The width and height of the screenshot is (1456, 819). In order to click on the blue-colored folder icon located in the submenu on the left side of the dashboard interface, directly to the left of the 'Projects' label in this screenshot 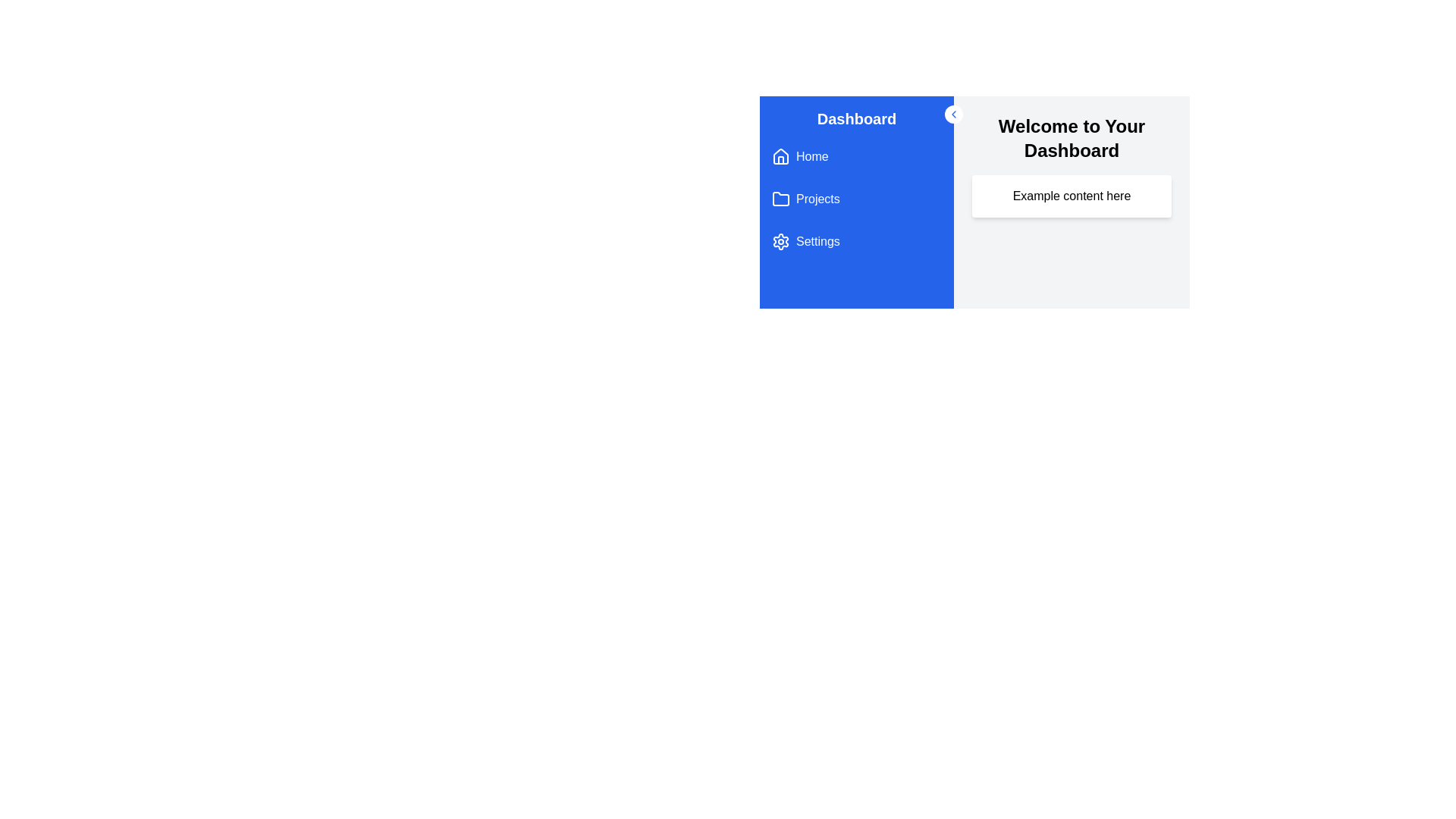, I will do `click(781, 198)`.